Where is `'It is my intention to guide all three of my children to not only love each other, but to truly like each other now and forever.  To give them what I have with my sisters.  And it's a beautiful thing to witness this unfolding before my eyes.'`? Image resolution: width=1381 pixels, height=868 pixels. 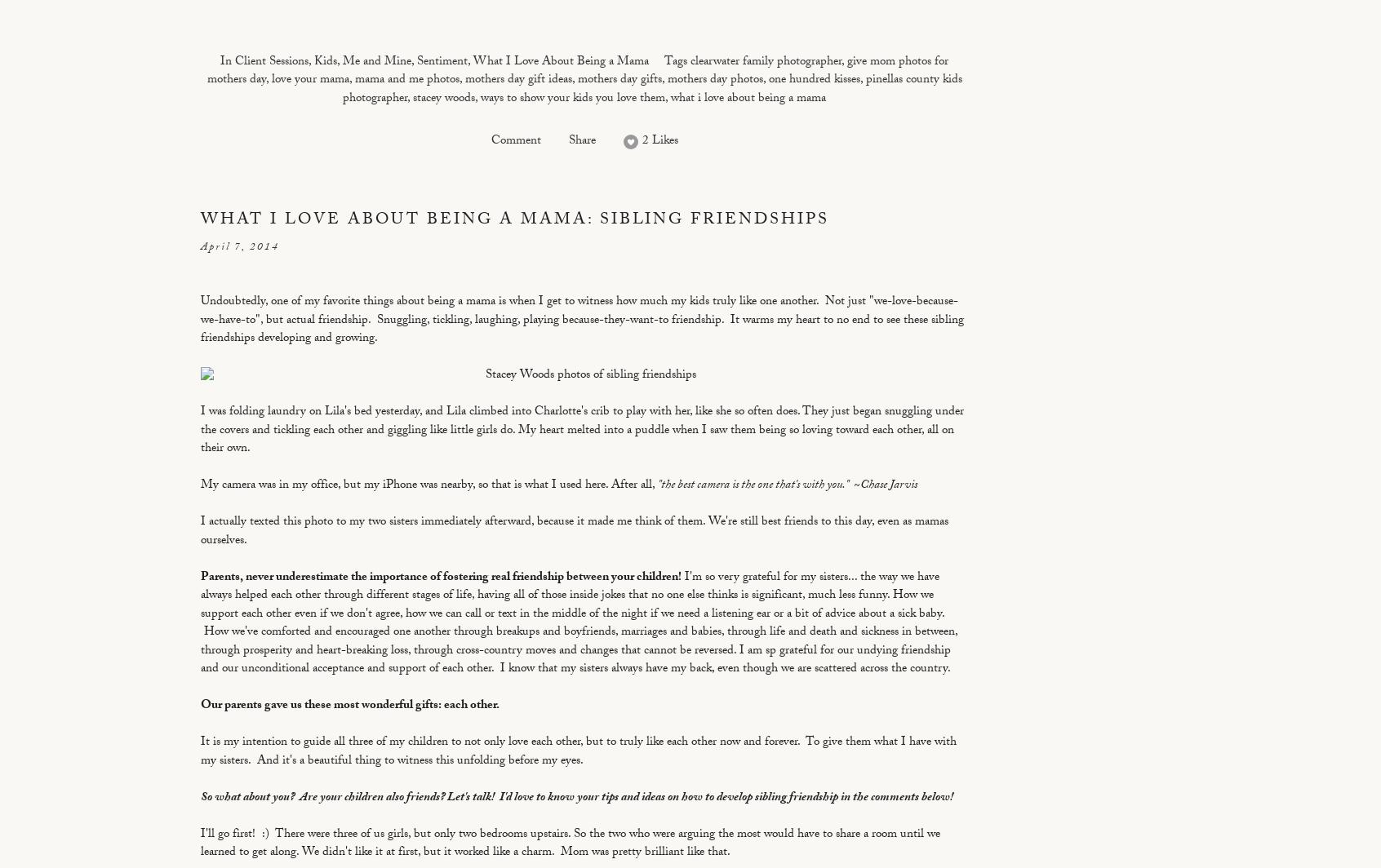
'It is my intention to guide all three of my children to not only love each other, but to truly like each other now and forever.  To give them what I have with my sisters.  And it's a beautiful thing to witness this unfolding before my eyes.' is located at coordinates (201, 751).